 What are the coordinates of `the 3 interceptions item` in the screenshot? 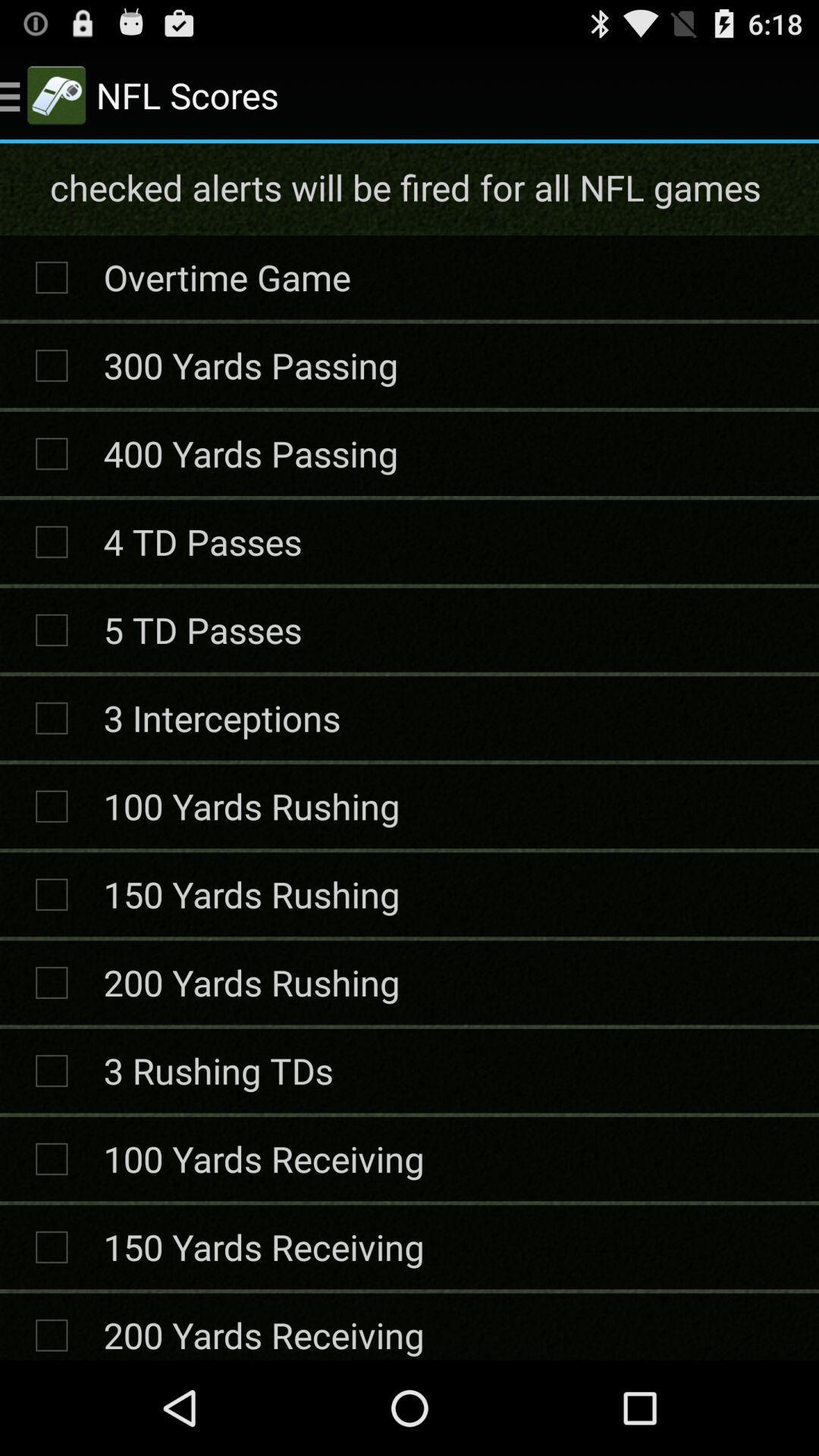 It's located at (221, 717).